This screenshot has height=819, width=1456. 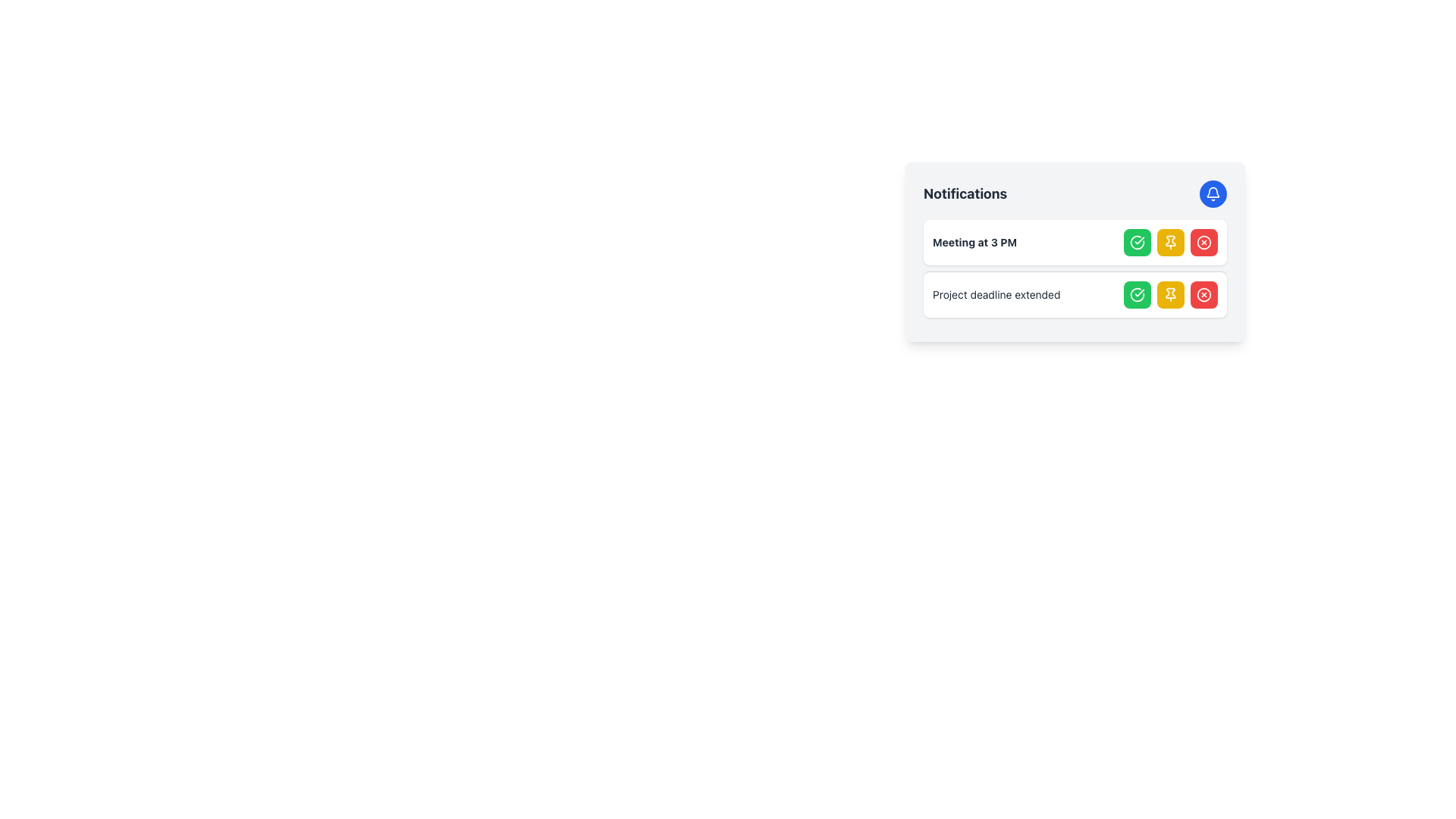 I want to click on the first notification in the Notifications section that displays information about a meeting scheduled for 3 PM, so click(x=1074, y=242).